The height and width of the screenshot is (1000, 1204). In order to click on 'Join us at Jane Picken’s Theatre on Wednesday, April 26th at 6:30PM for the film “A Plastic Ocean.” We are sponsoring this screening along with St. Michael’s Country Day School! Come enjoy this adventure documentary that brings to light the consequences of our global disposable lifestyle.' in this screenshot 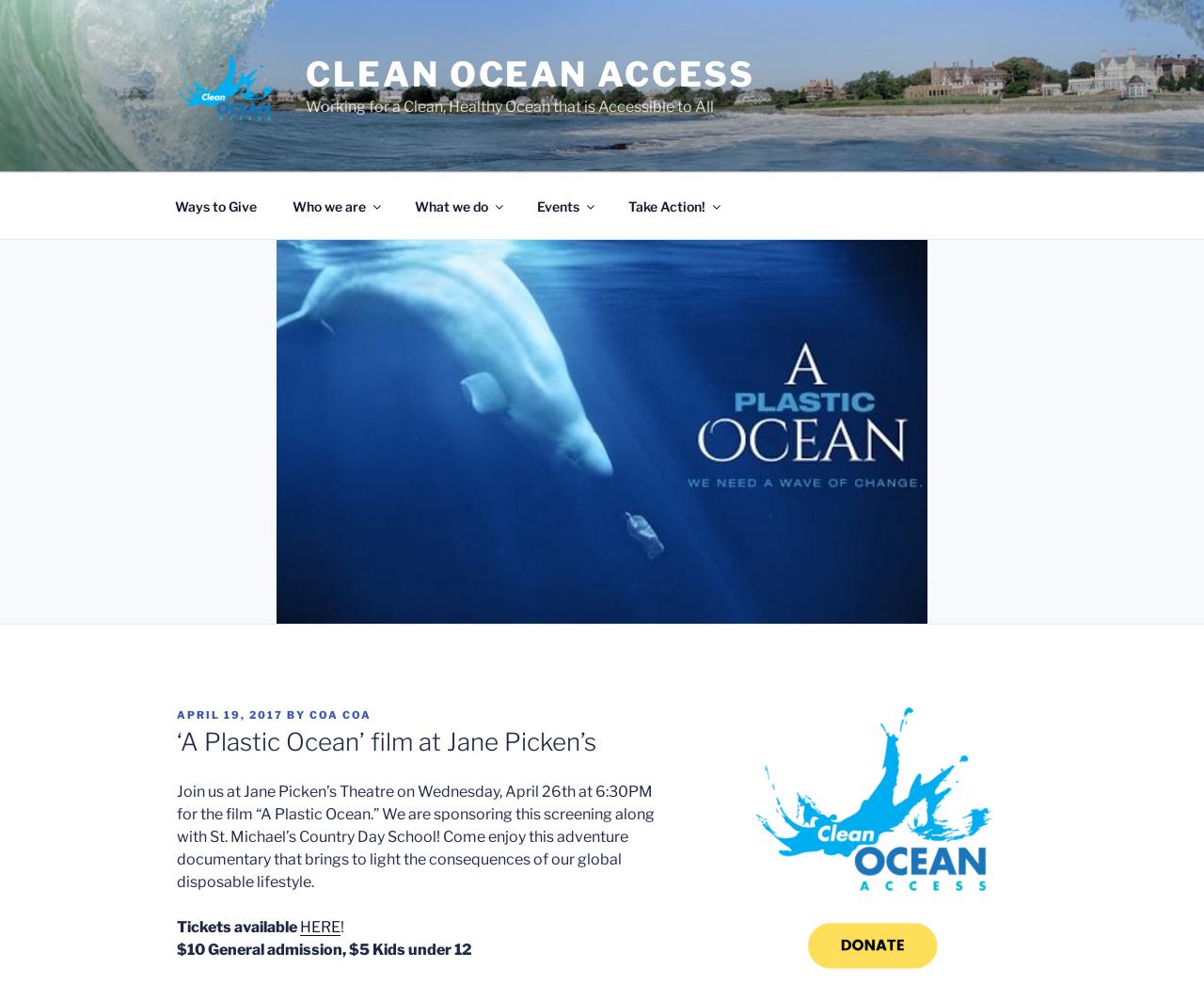, I will do `click(414, 835)`.